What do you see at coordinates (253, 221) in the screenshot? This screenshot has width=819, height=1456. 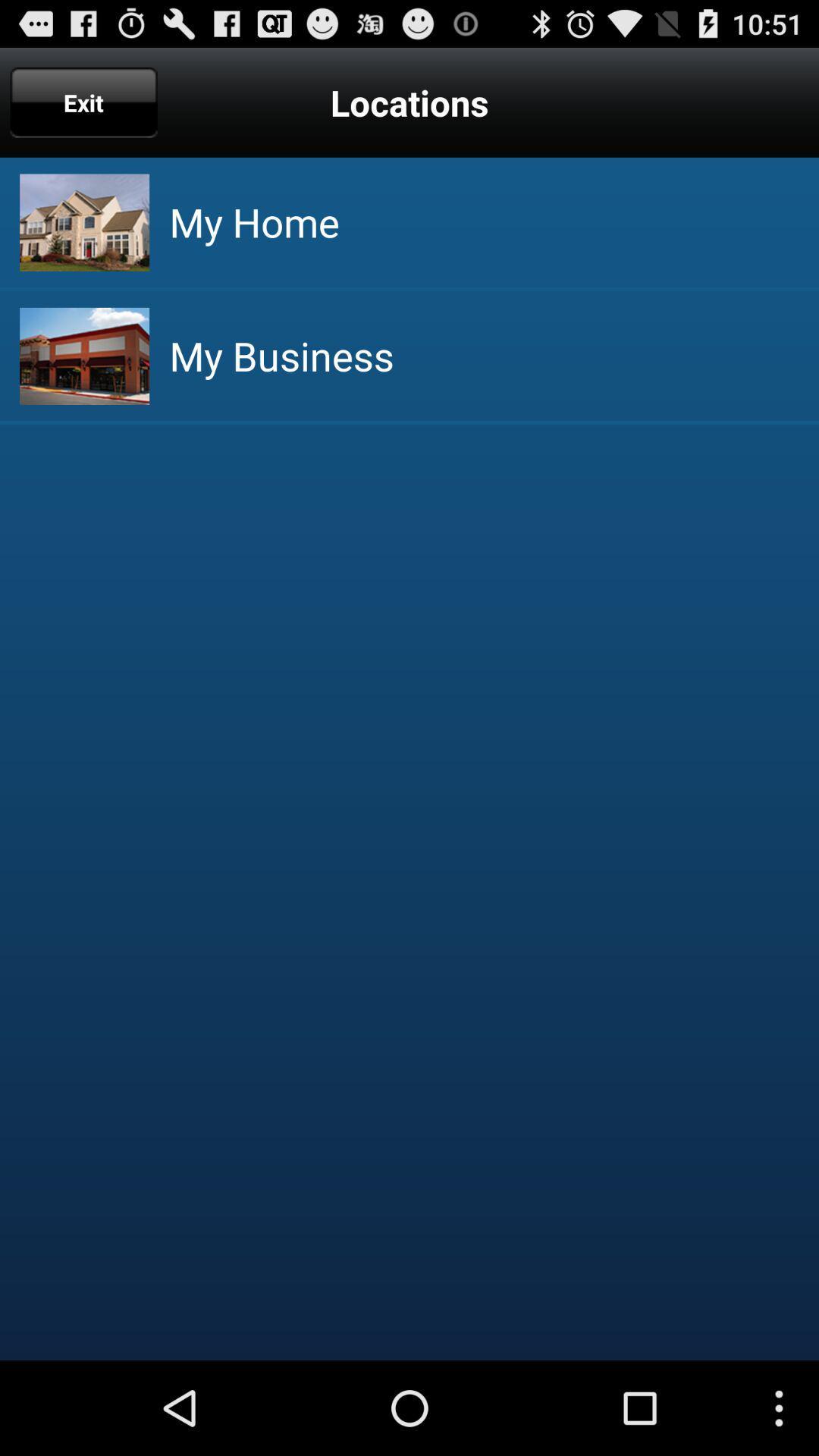 I see `the icon below the locations` at bounding box center [253, 221].